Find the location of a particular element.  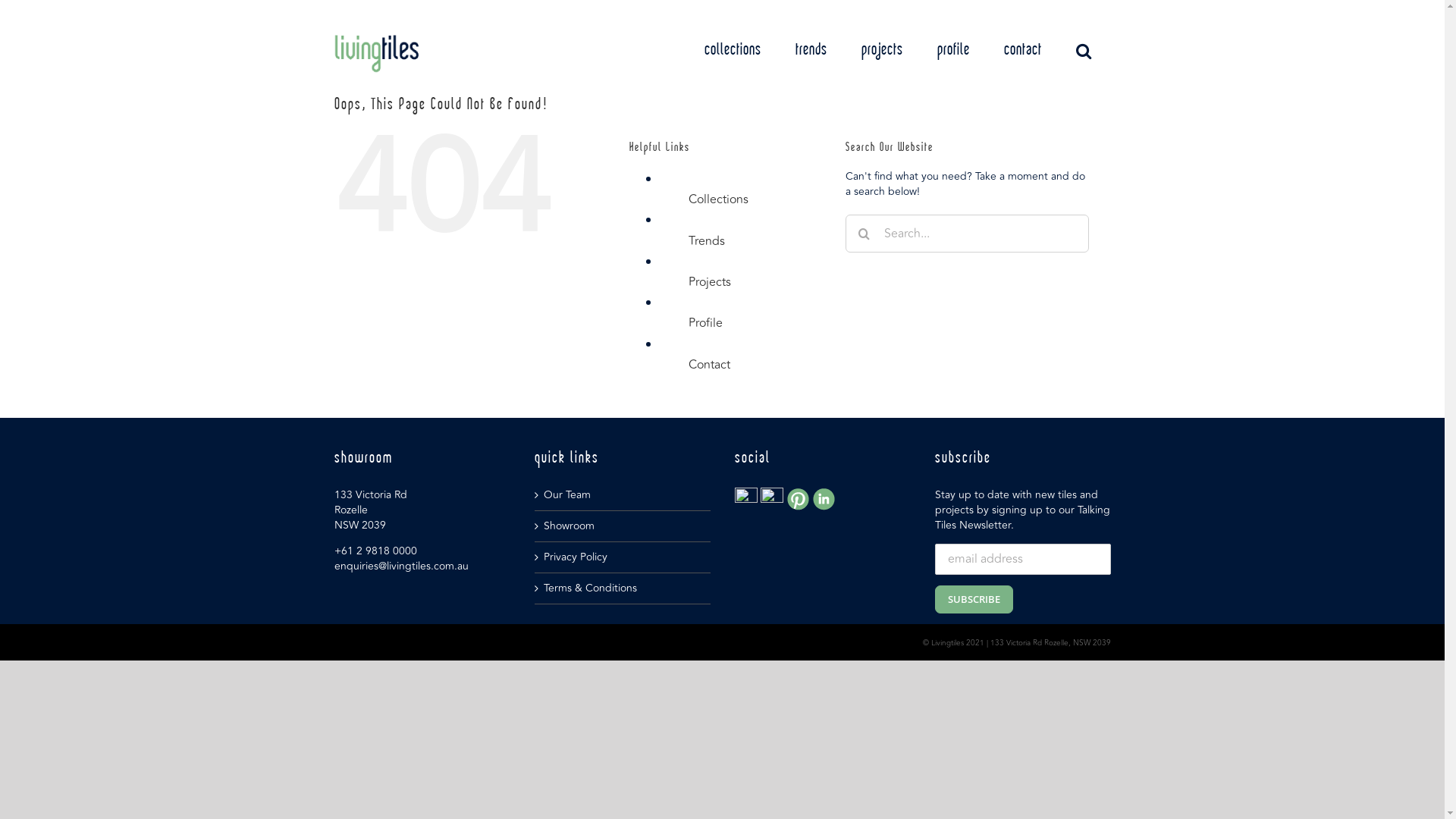

'trends' is located at coordinates (810, 49).